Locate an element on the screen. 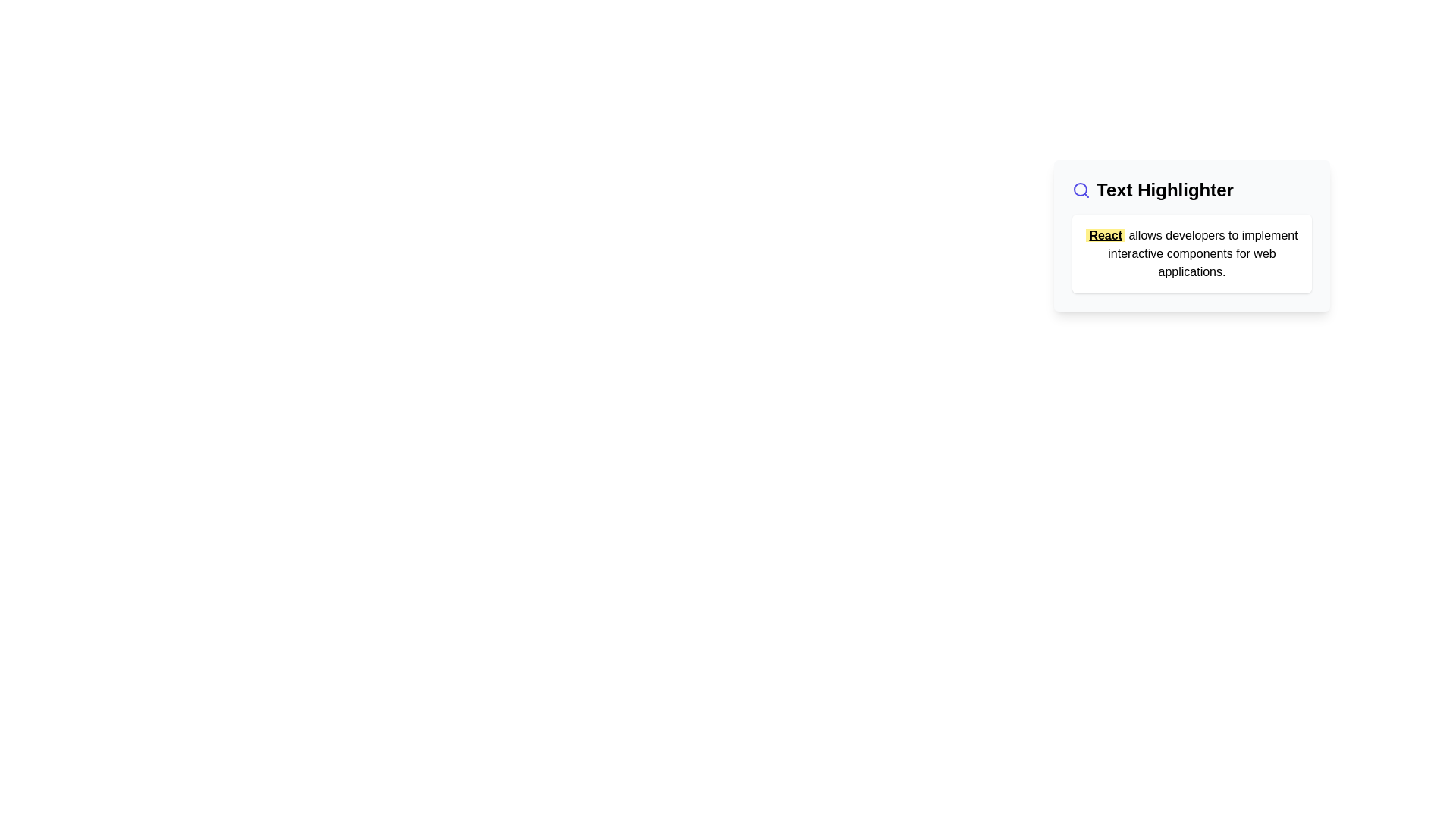 Image resolution: width=1456 pixels, height=819 pixels. the search icon, represented as a magnifying glass with an indigo outline, located at the leftmost part of the 'Text Highlighter' group is located at coordinates (1080, 189).